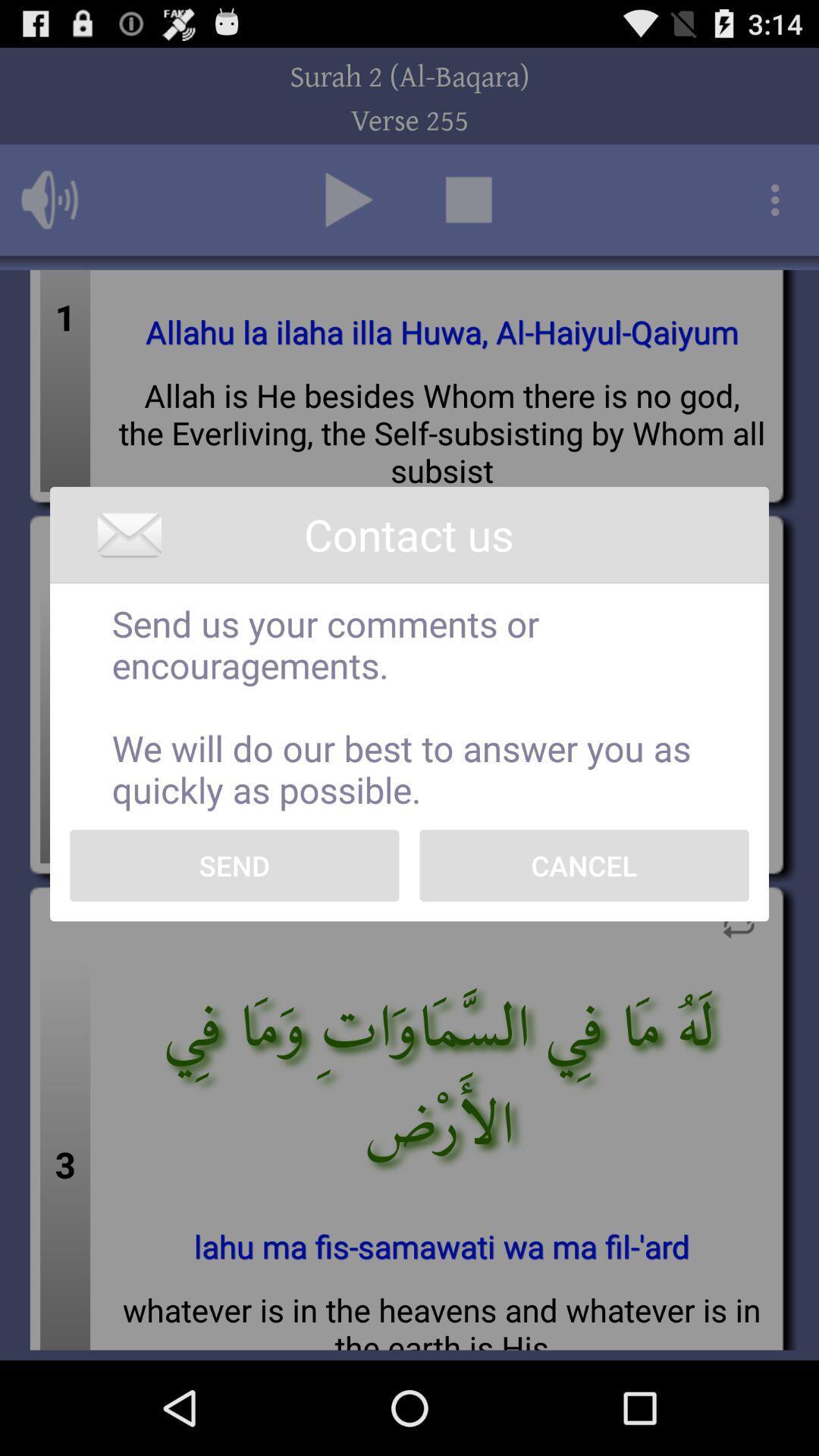 The image size is (819, 1456). I want to click on send us your item, so click(409, 705).